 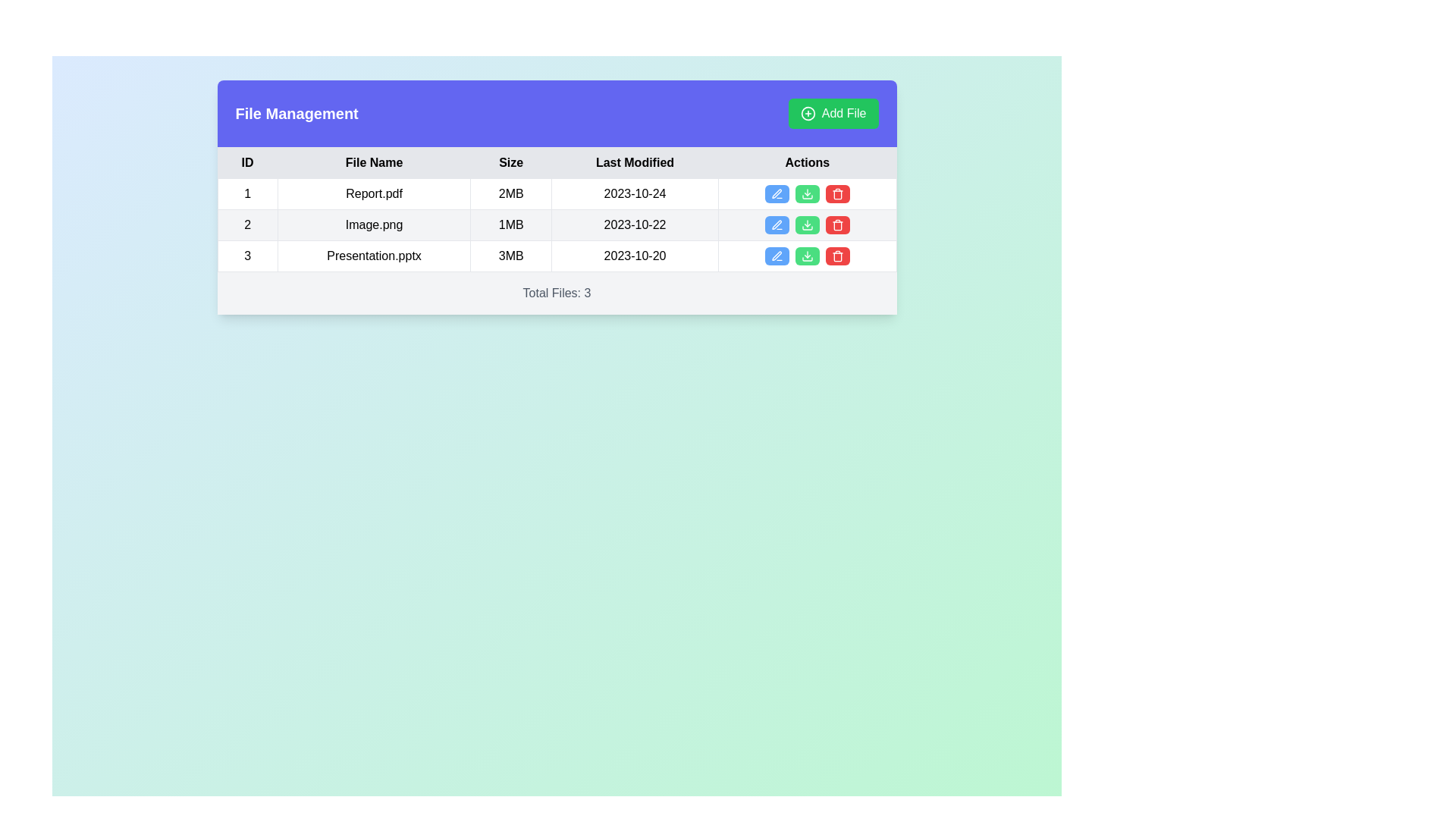 What do you see at coordinates (777, 193) in the screenshot?
I see `the Edit Pen Icon located in the Actions column for the file 'Image.png' to initiate editing` at bounding box center [777, 193].